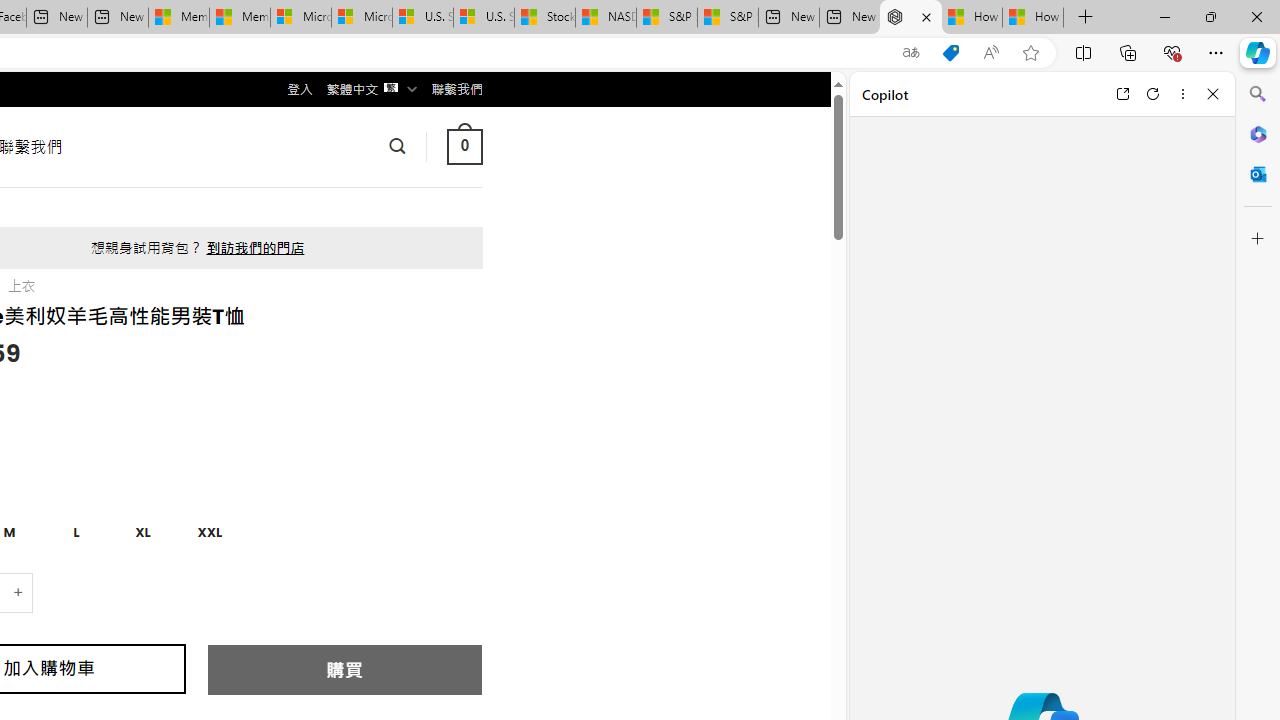 This screenshot has width=1280, height=720. Describe the element at coordinates (1257, 238) in the screenshot. I see `'Customize'` at that location.